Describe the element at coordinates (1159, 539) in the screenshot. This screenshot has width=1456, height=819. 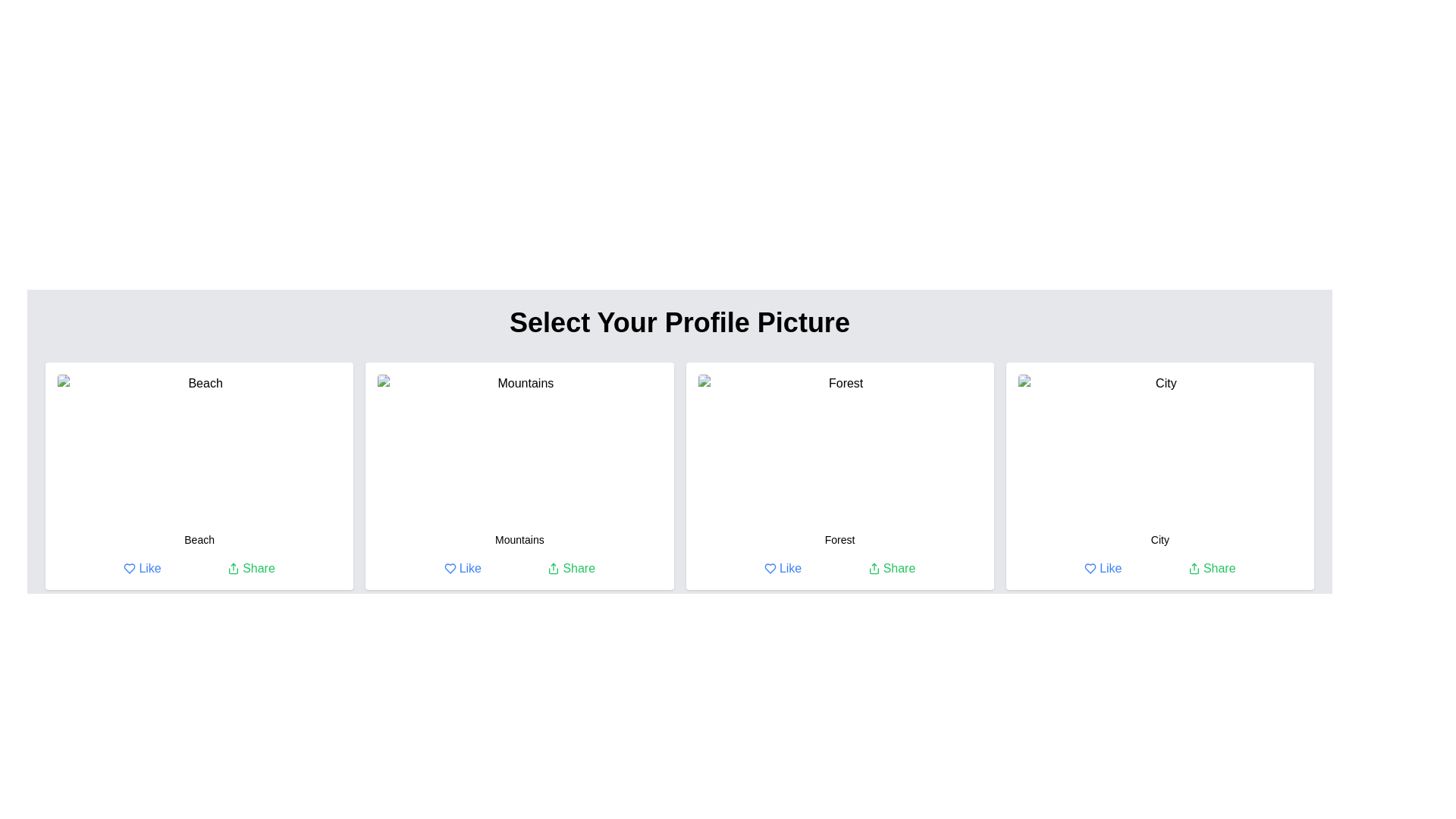
I see `the Text Label element located at the bottom of the 'City' card component, which provides descriptive information about the card's content` at that location.